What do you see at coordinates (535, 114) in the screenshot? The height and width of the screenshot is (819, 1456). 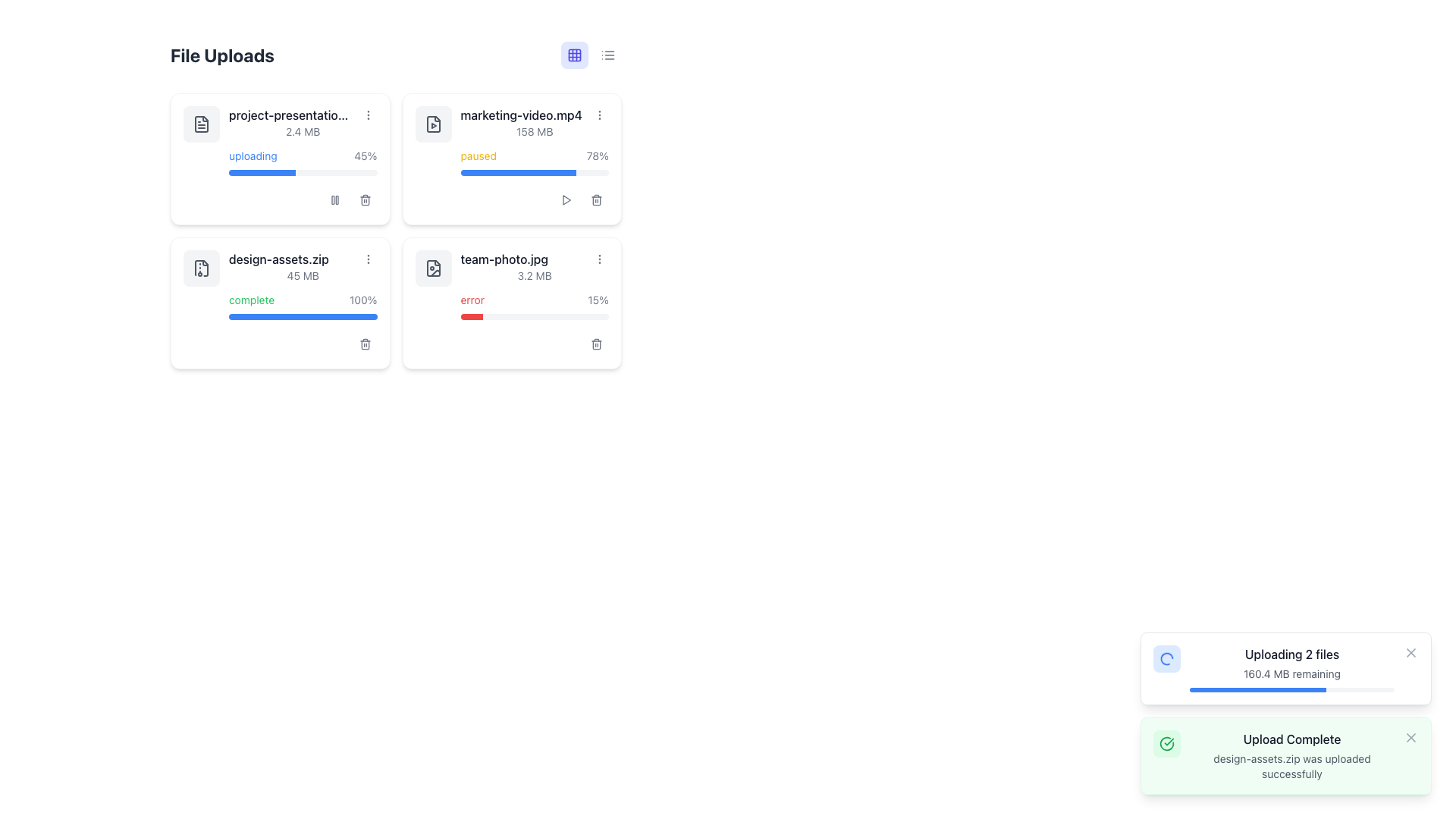 I see `file name displayed in the text label "marketing-video.mp4" located in the second card of the grid display` at bounding box center [535, 114].